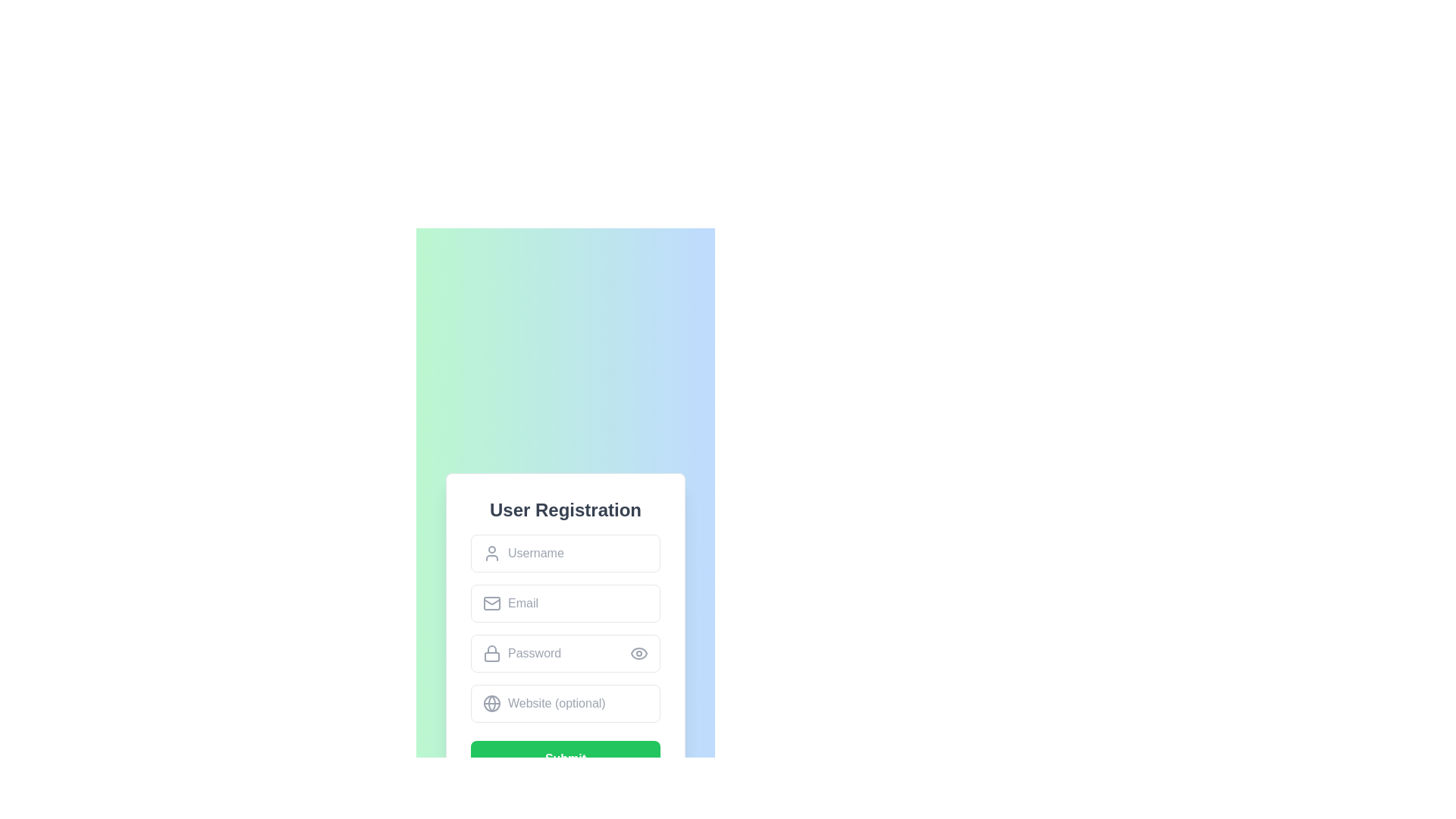  Describe the element at coordinates (491, 601) in the screenshot. I see `the adjacent email input field associated with the envelope icon by clicking on it` at that location.